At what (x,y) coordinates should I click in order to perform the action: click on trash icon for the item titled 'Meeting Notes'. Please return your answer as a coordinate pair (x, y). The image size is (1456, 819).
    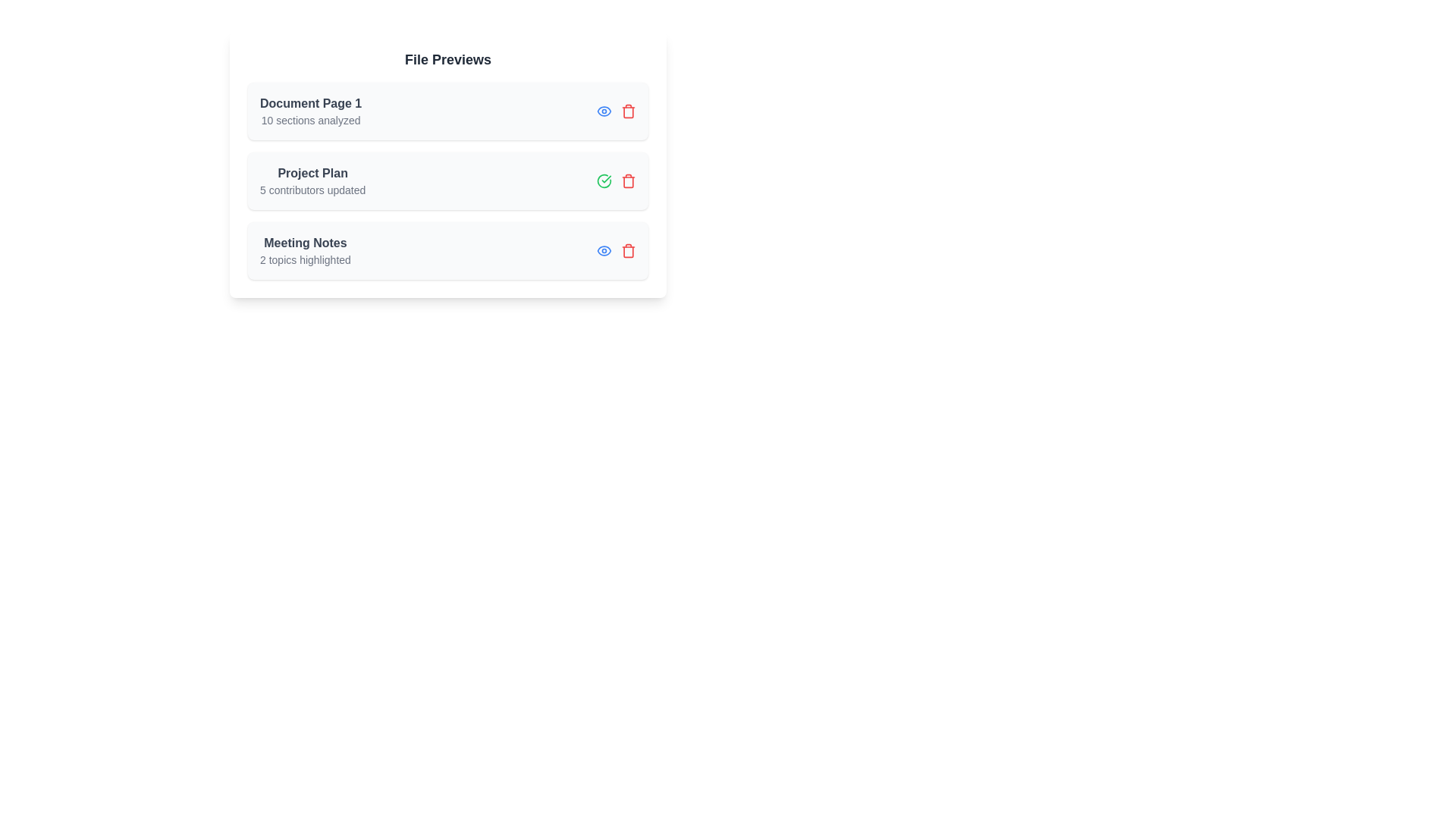
    Looking at the image, I should click on (629, 250).